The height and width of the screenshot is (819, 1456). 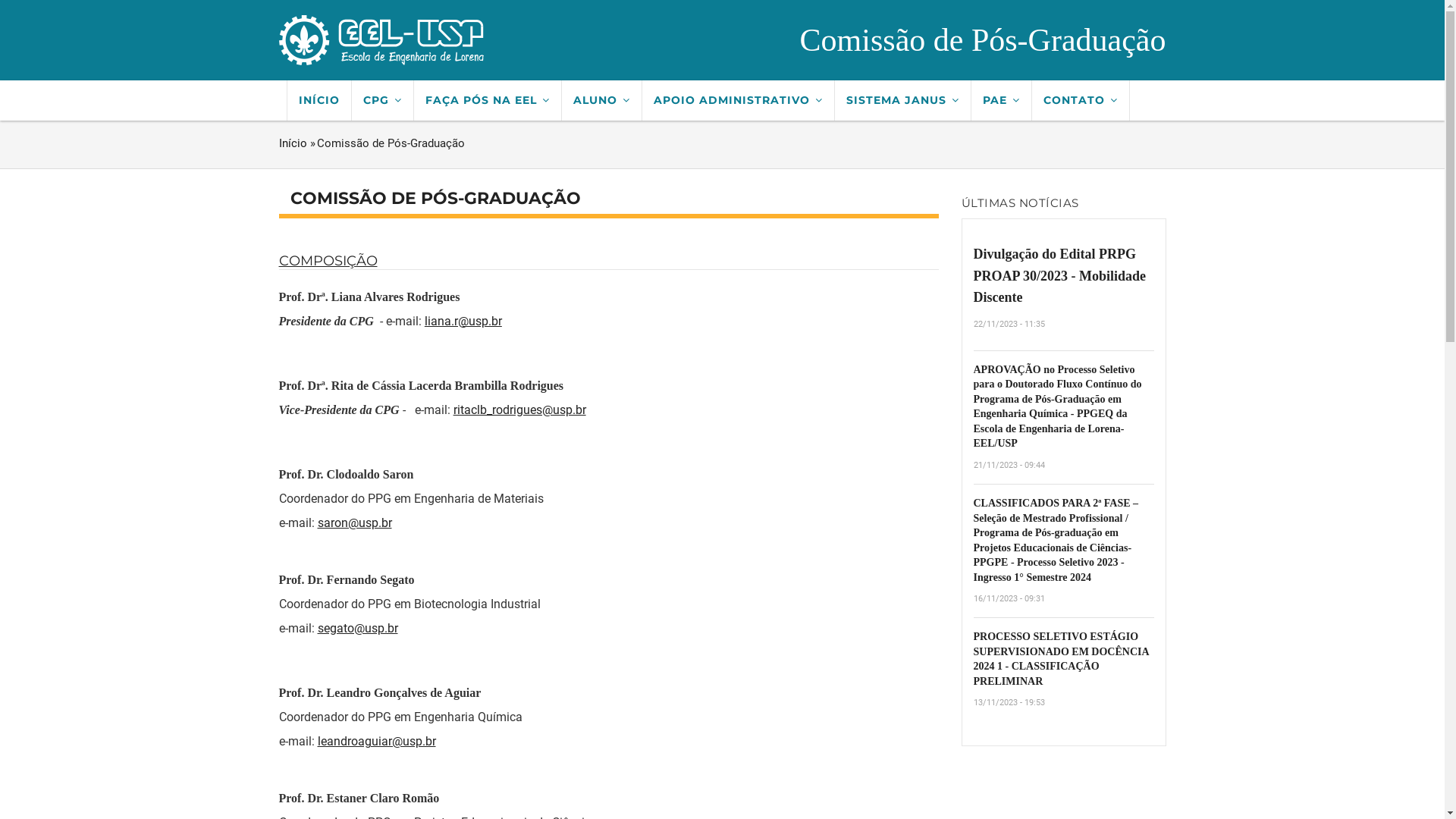 What do you see at coordinates (375, 740) in the screenshot?
I see `'leandroaguiar@usp.br'` at bounding box center [375, 740].